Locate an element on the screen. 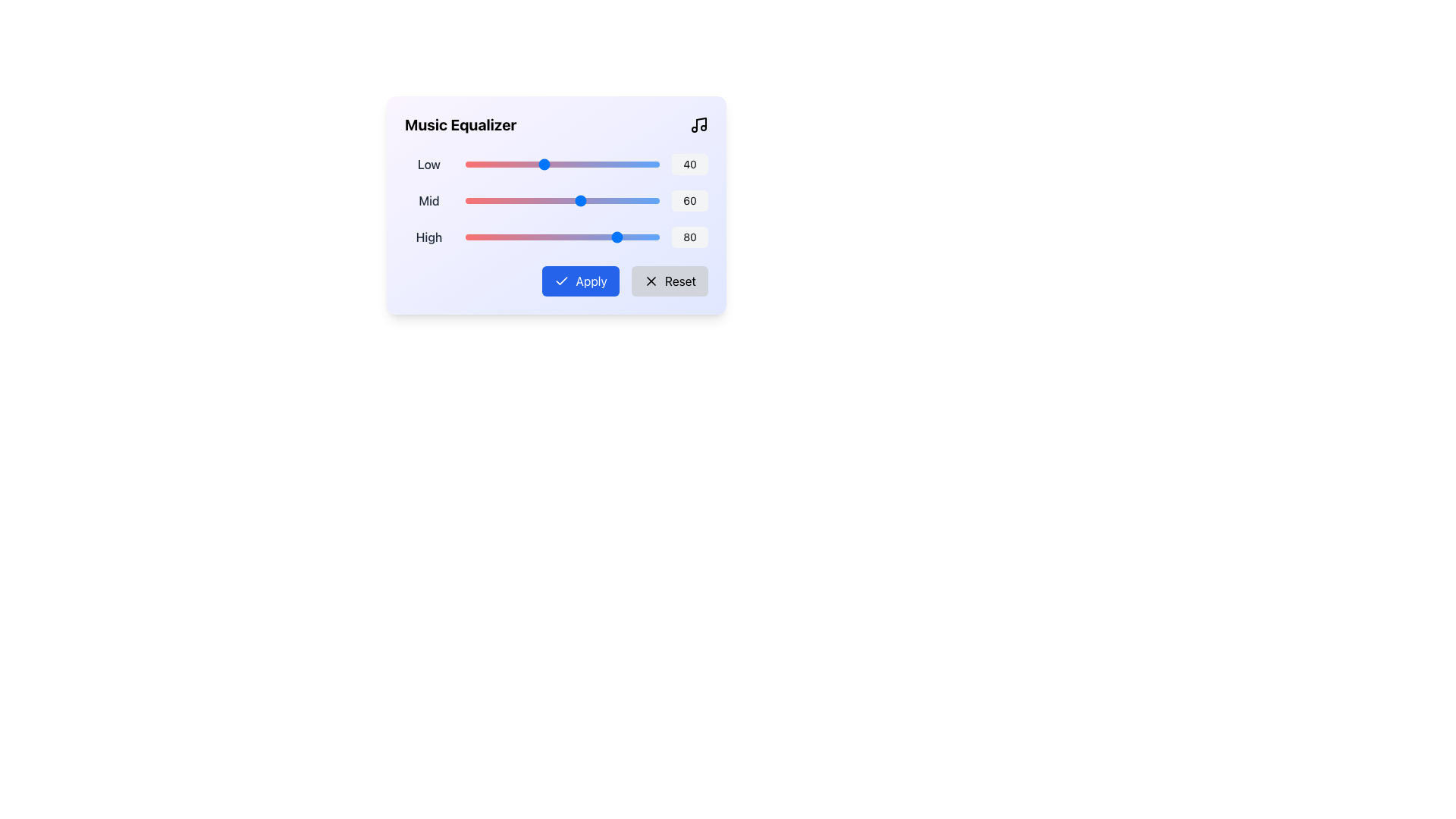  the 'X' shaped icon which consists of two crossing diagonal lines, located in the top-right corner of the card within an SVG graphic is located at coordinates (651, 281).